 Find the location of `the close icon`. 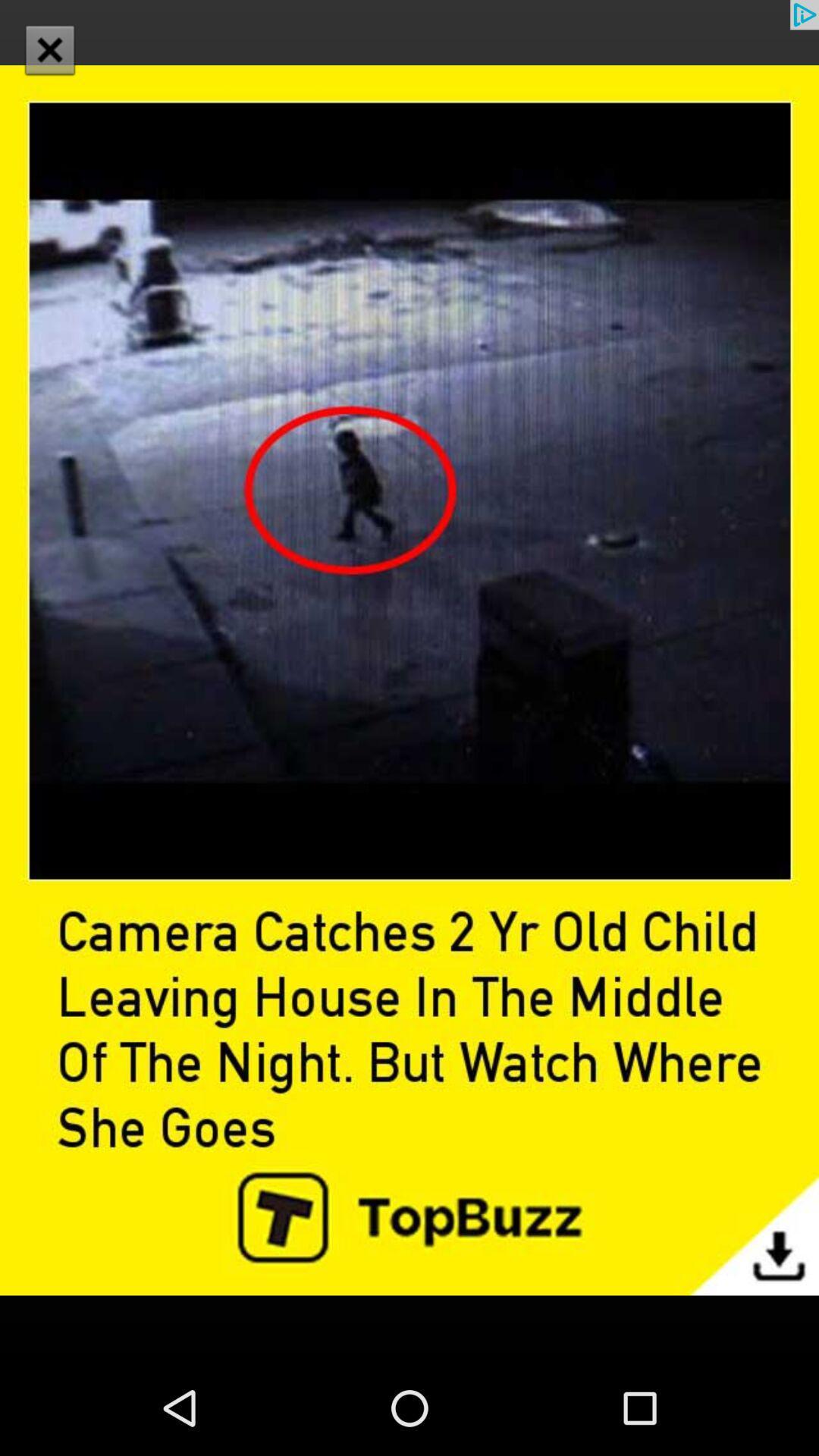

the close icon is located at coordinates (49, 53).